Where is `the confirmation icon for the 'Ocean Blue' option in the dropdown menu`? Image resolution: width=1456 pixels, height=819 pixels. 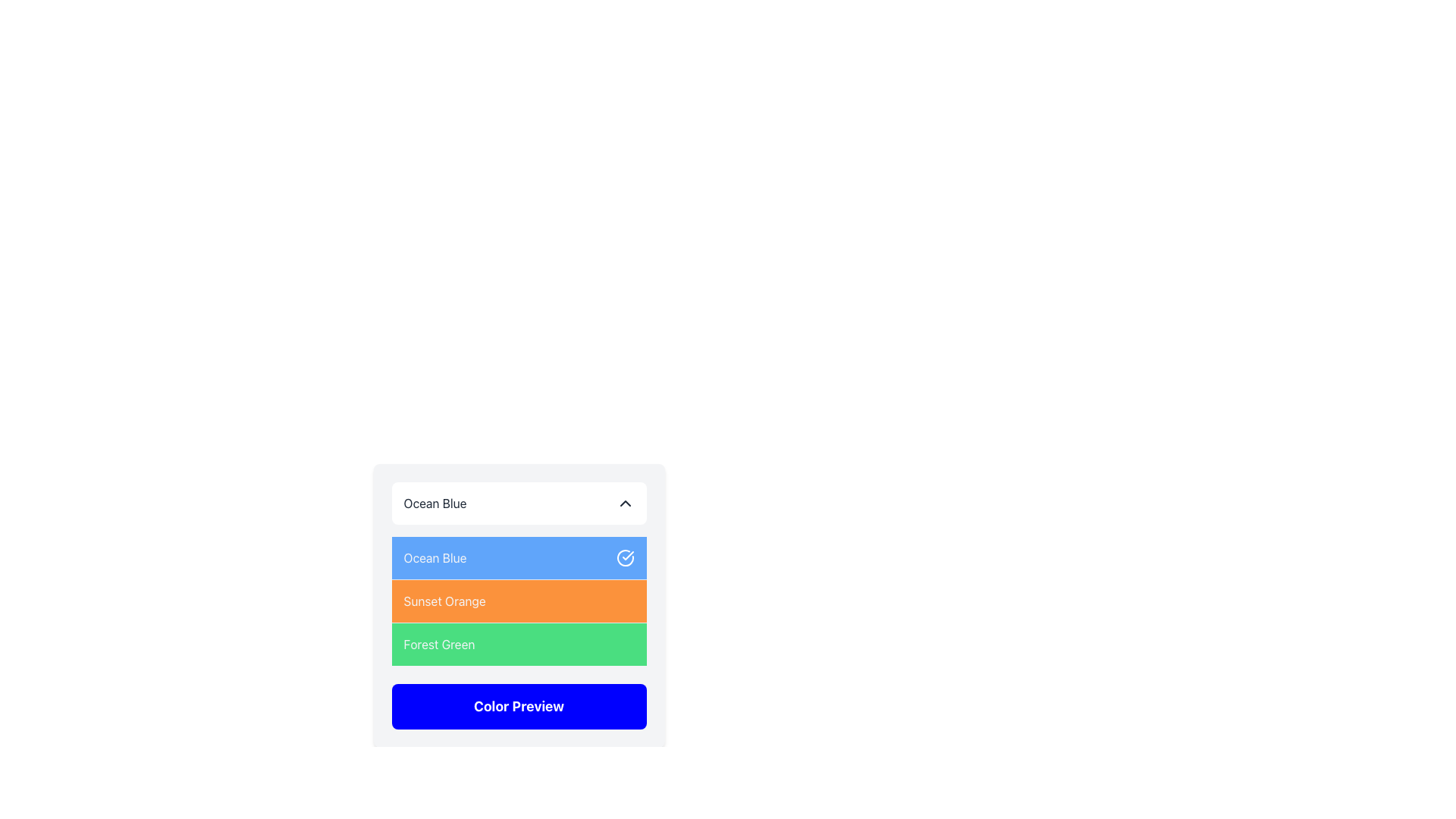 the confirmation icon for the 'Ocean Blue' option in the dropdown menu is located at coordinates (625, 558).